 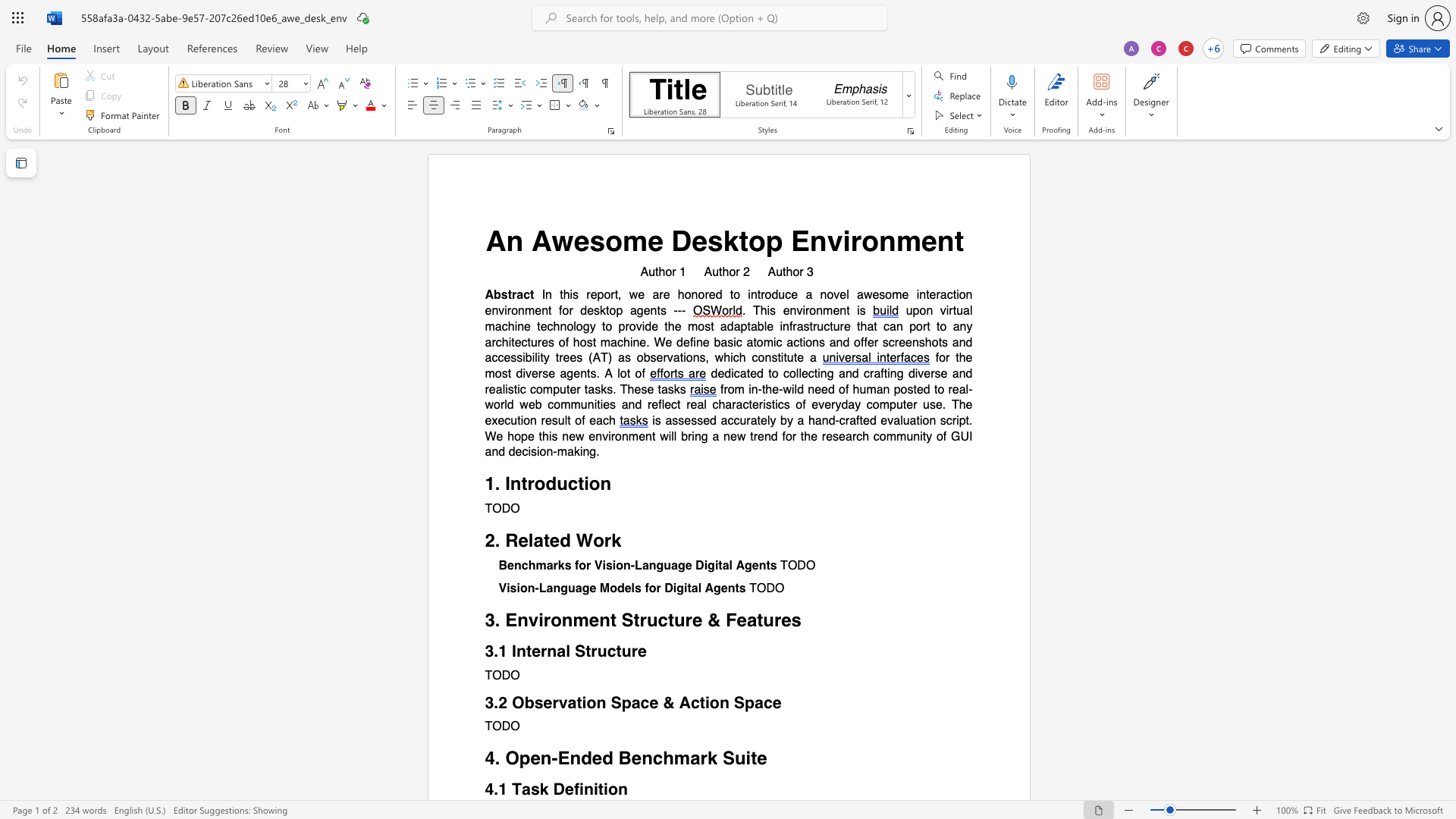 I want to click on the 1th character "s" in the text, so click(x=596, y=240).